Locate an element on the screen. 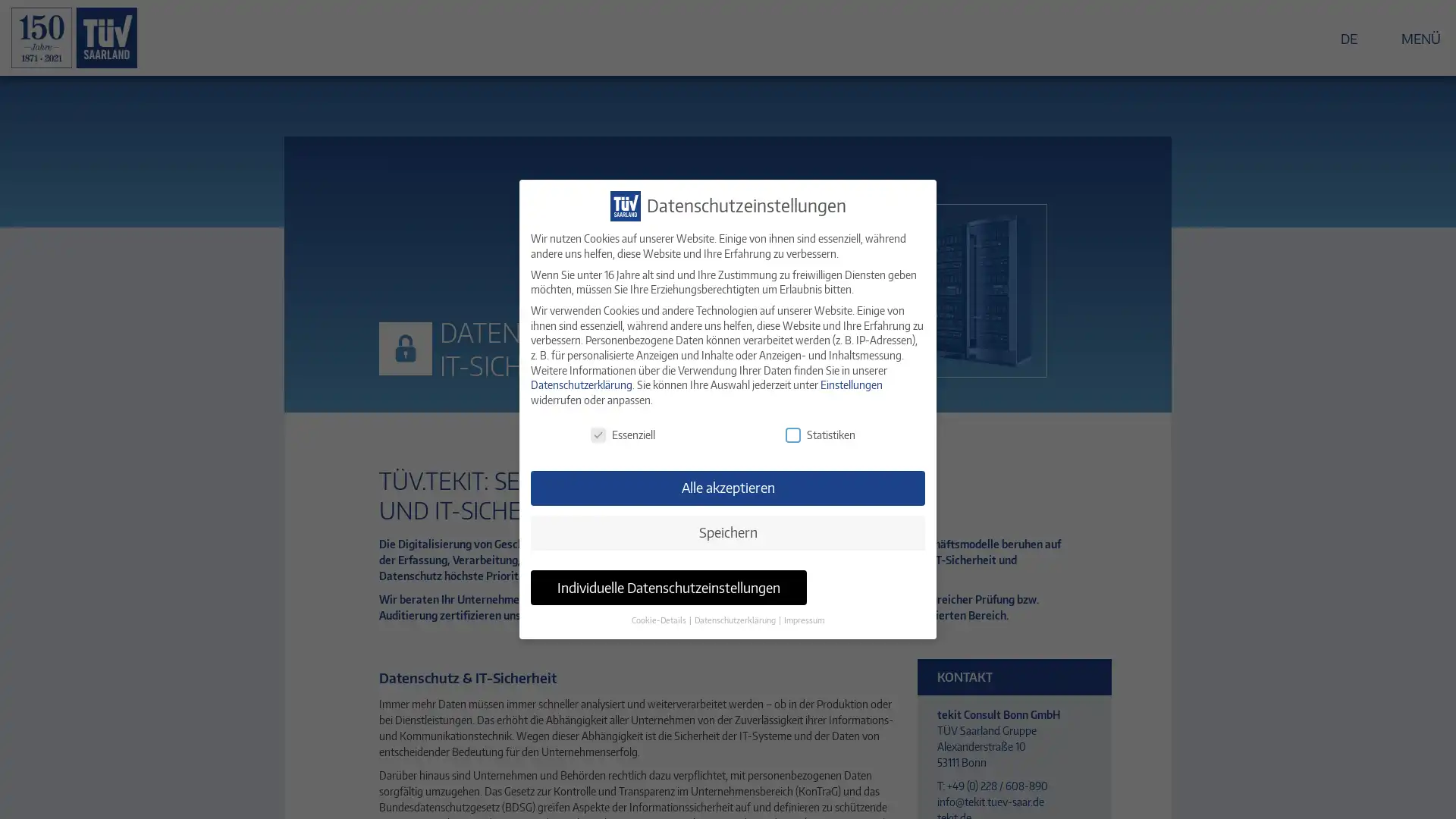 The image size is (1456, 819). Impressum is located at coordinates (803, 620).